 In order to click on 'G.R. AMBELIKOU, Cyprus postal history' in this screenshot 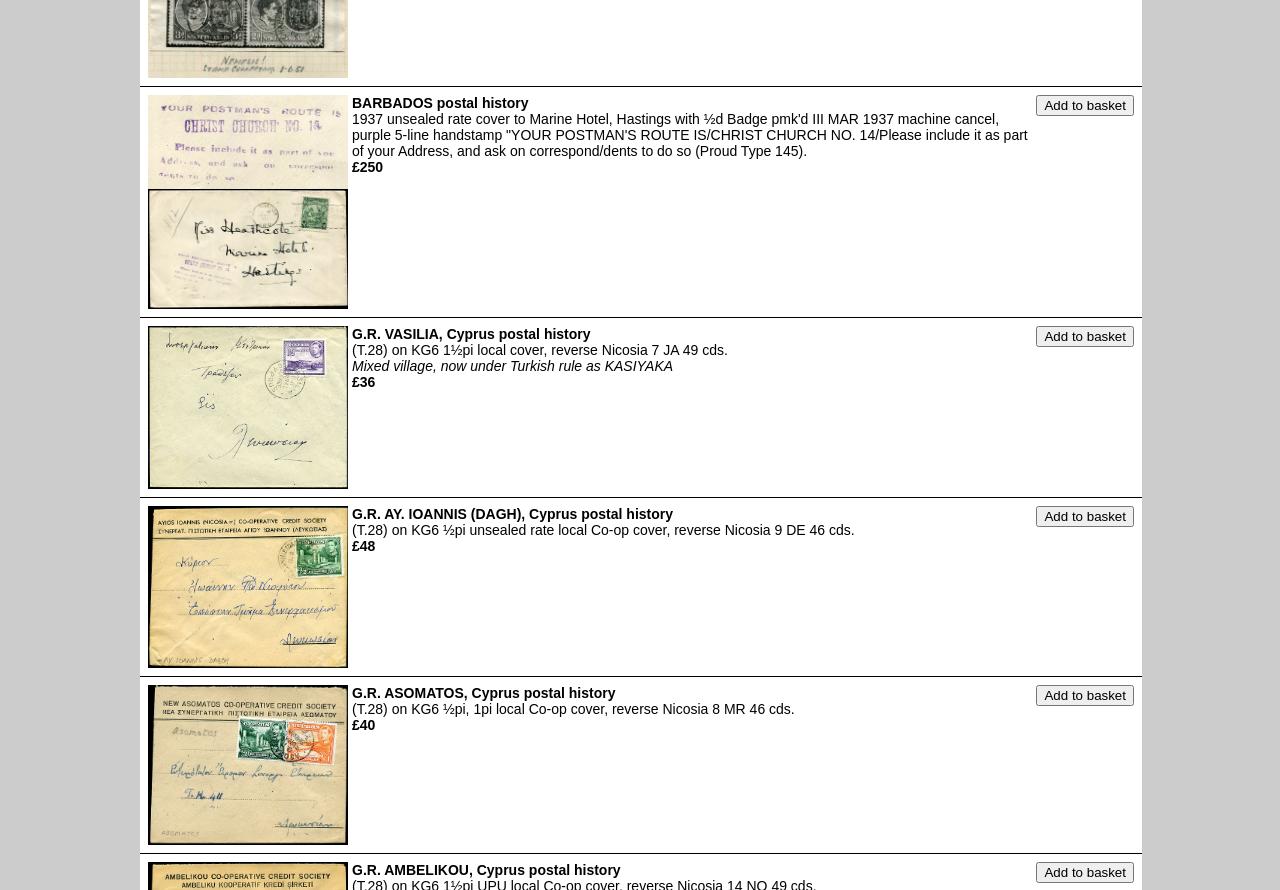, I will do `click(486, 867)`.